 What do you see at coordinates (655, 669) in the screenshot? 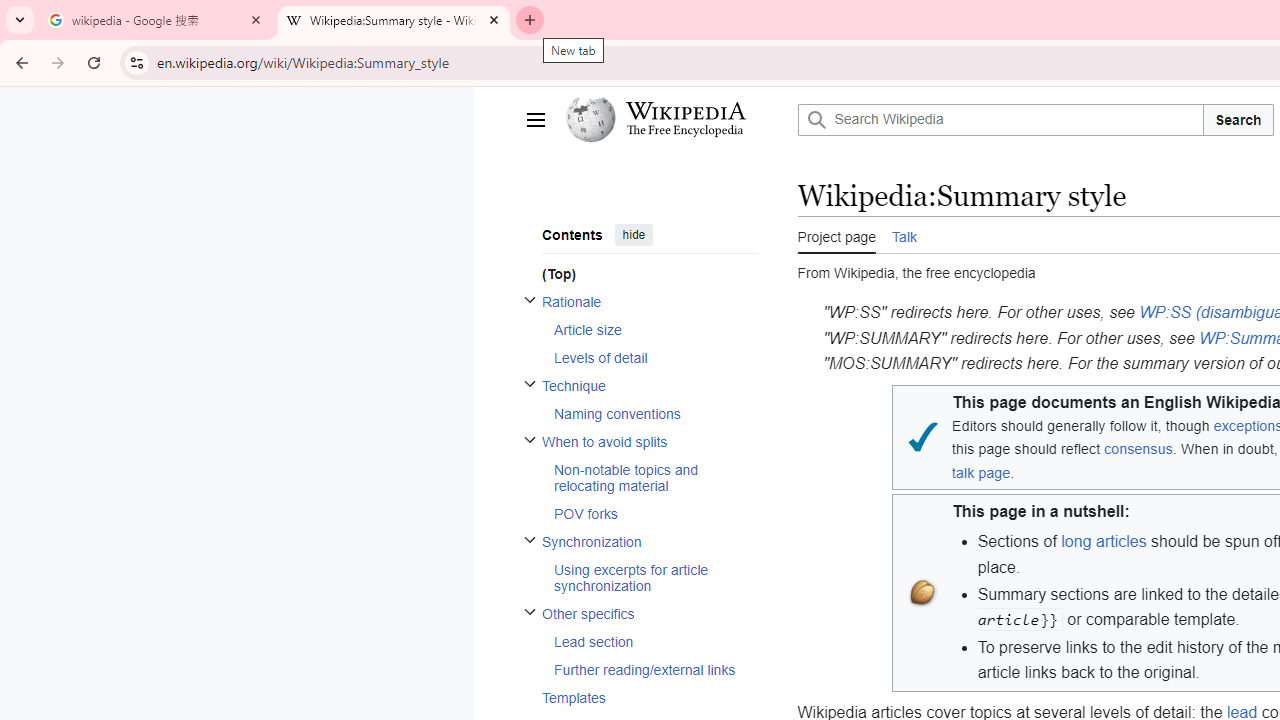
I see `'Further reading/external links'` at bounding box center [655, 669].